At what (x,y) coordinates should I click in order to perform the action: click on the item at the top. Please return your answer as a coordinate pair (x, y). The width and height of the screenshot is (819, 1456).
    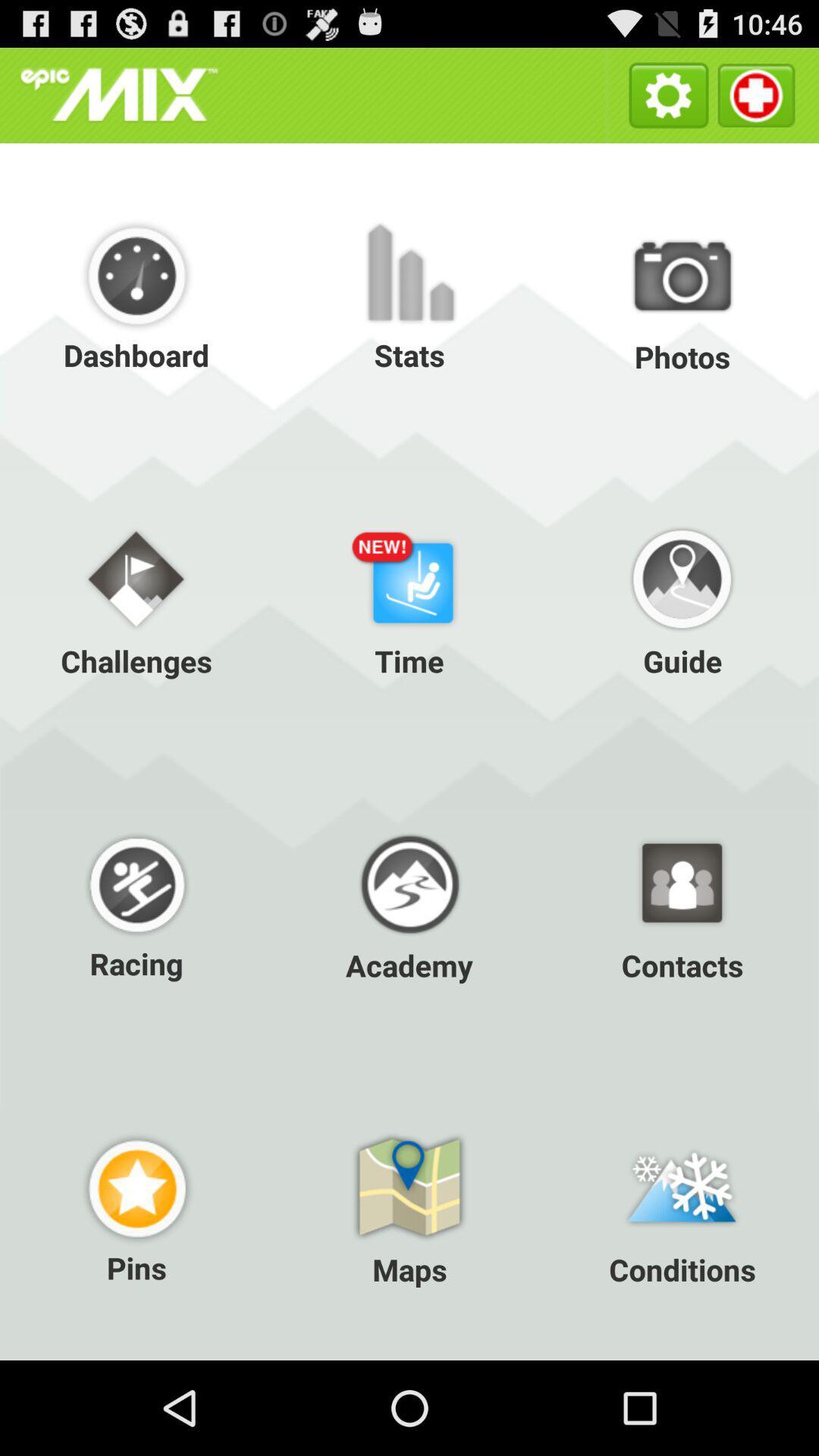
    Looking at the image, I should click on (409, 295).